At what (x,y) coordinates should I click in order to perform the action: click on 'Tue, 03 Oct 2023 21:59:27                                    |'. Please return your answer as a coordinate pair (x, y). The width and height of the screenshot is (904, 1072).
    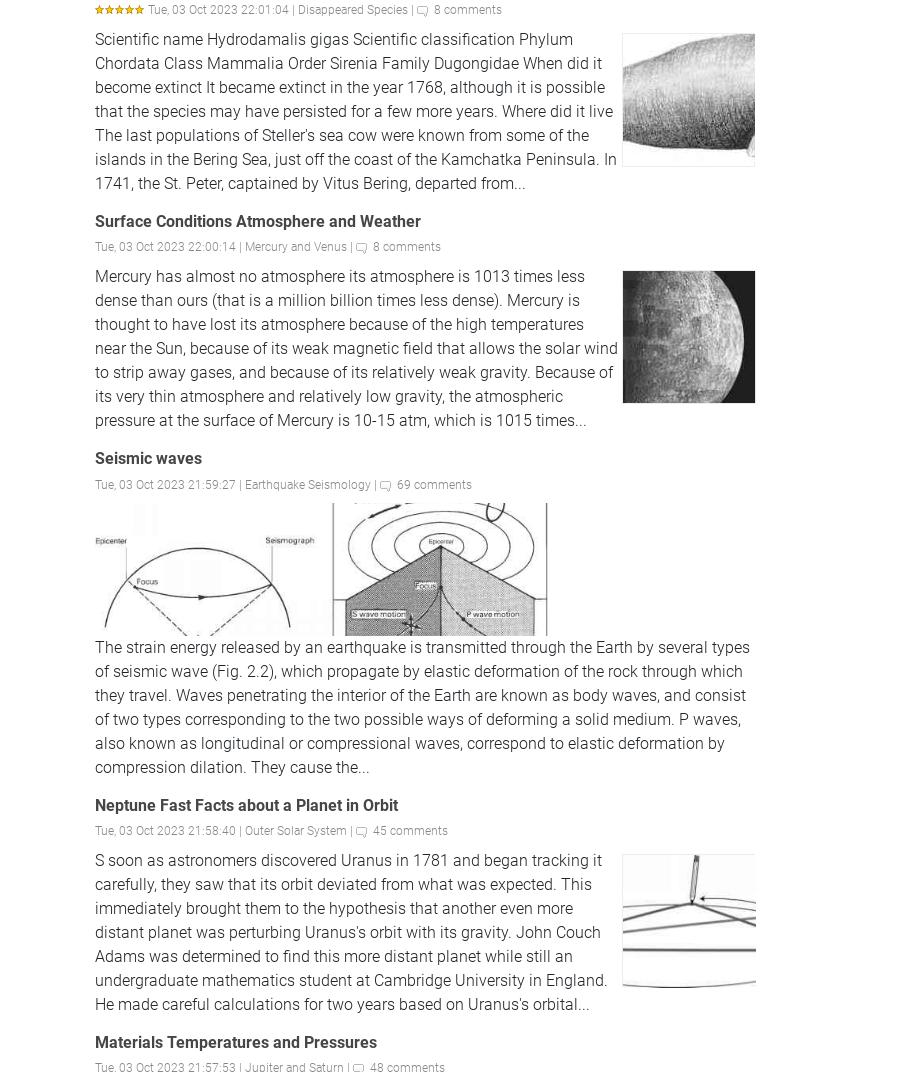
    Looking at the image, I should click on (170, 484).